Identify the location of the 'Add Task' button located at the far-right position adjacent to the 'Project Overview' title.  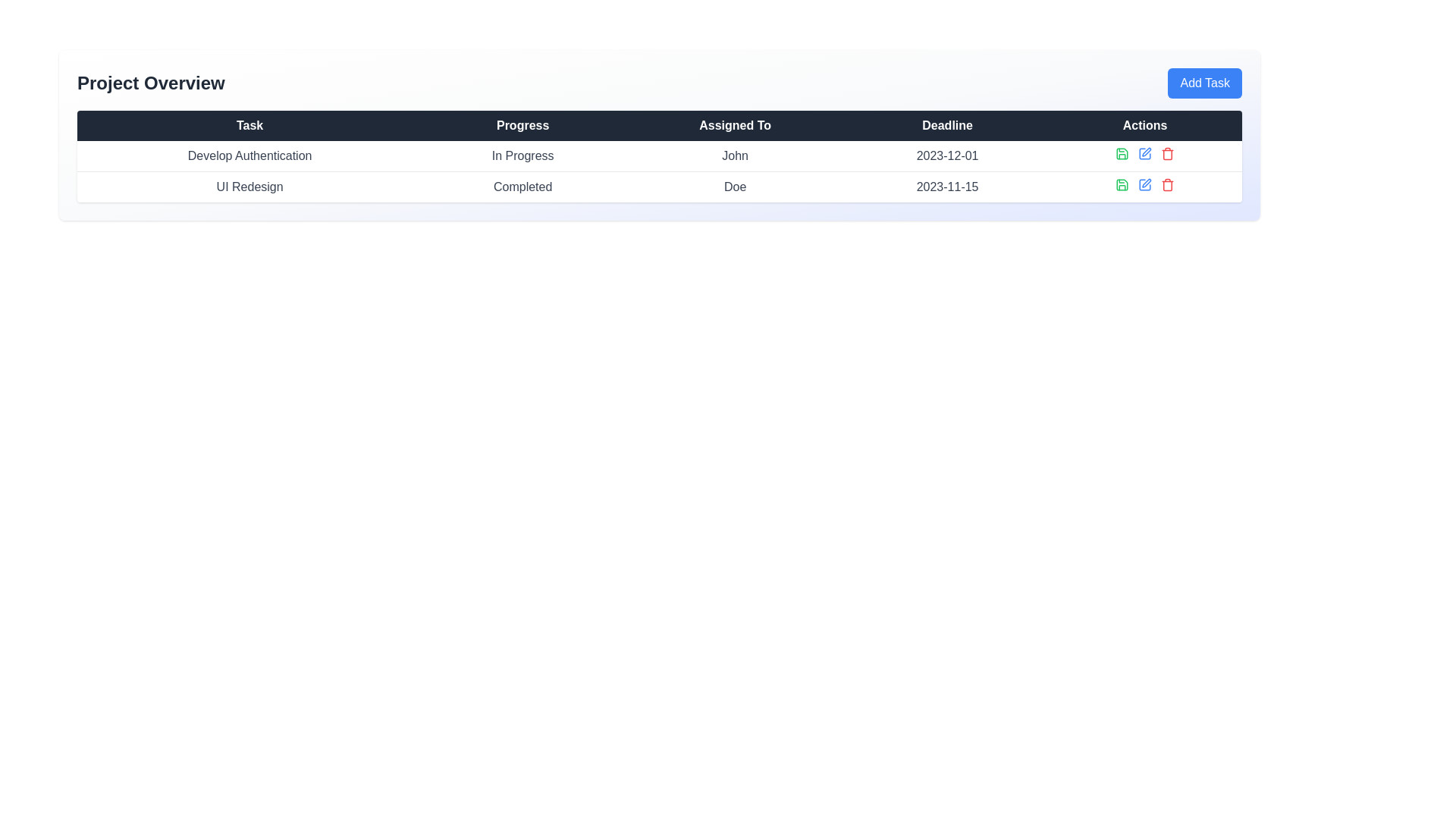
(1204, 83).